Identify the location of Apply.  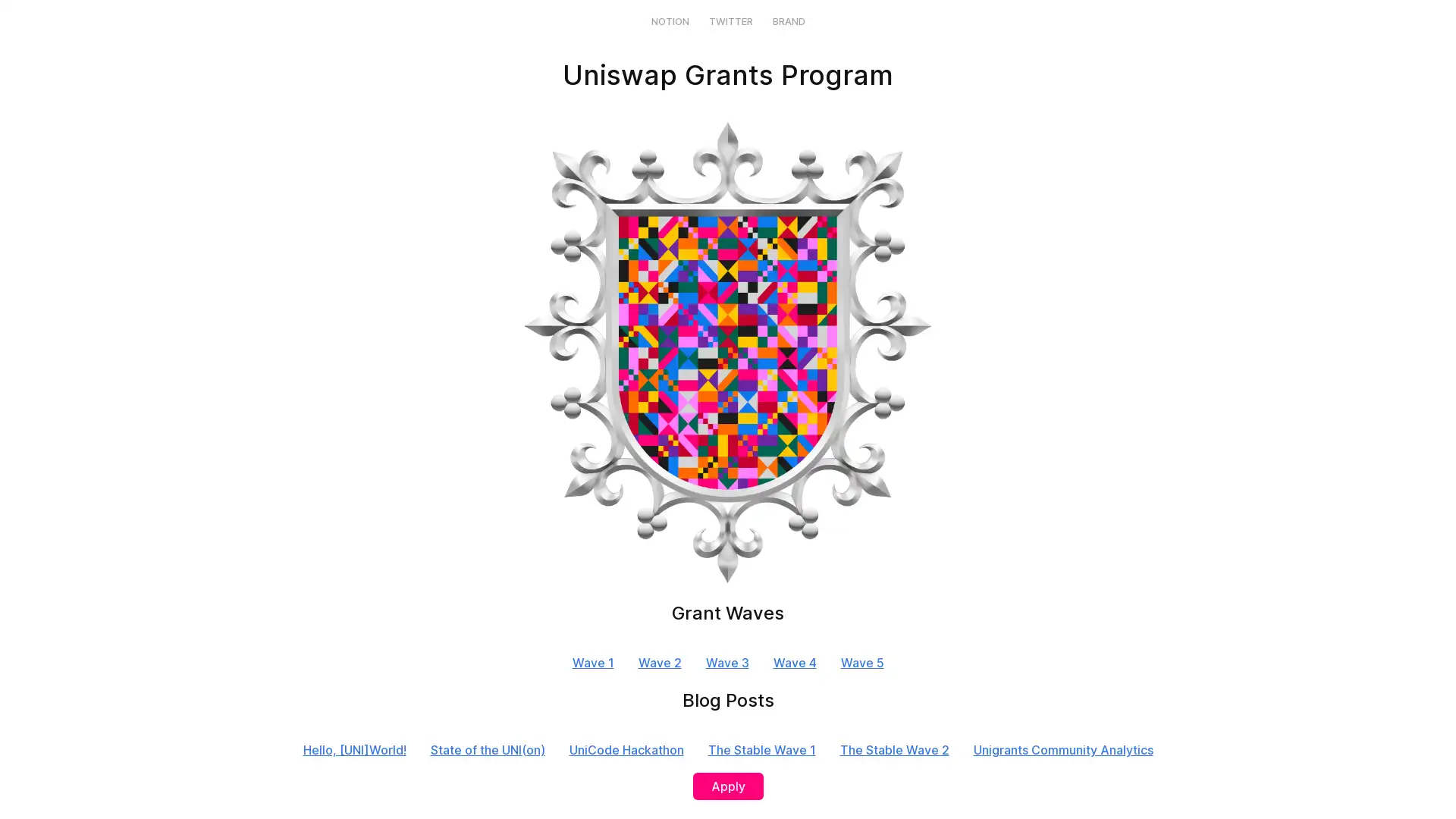
(726, 786).